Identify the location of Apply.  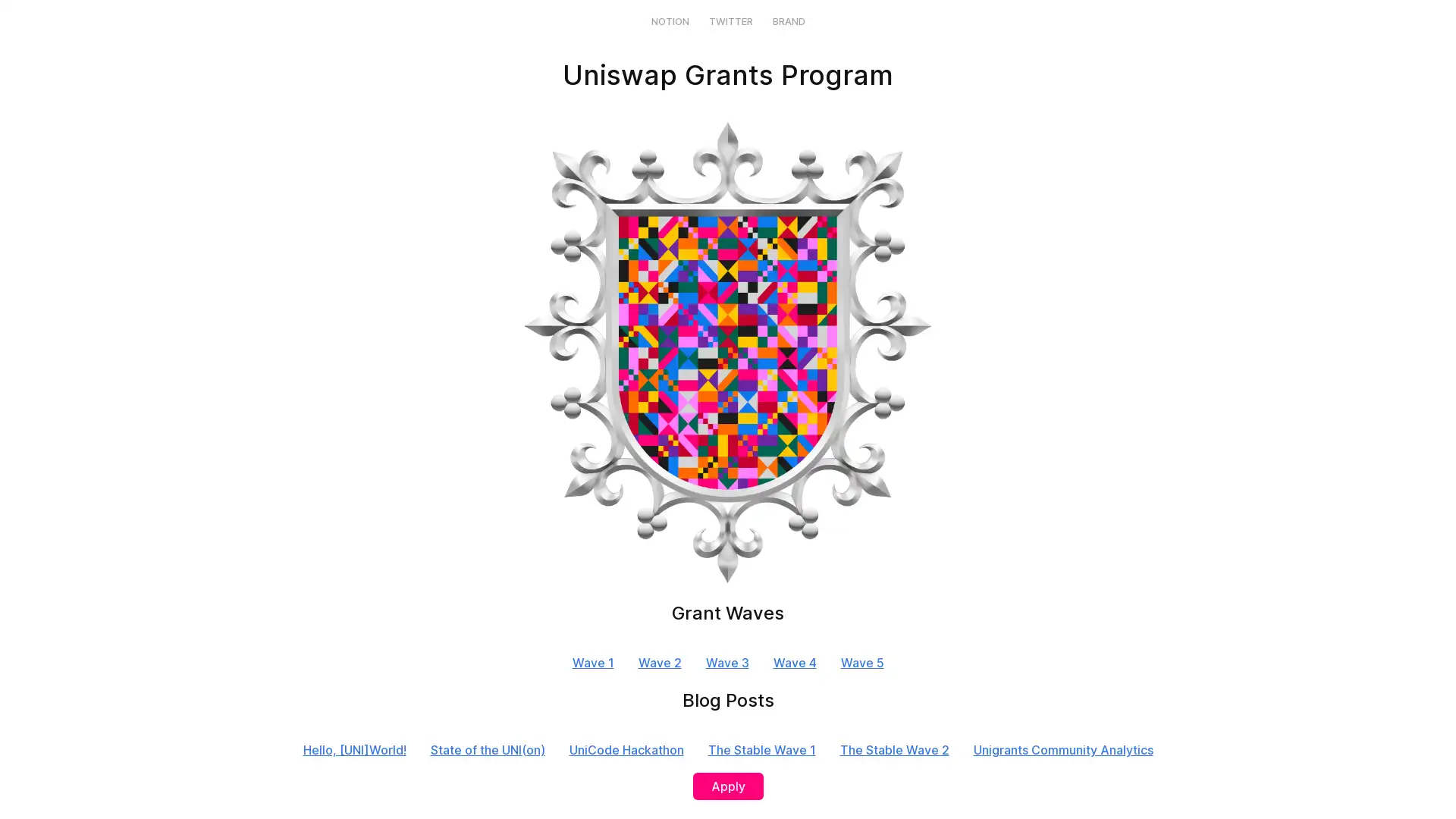
(726, 786).